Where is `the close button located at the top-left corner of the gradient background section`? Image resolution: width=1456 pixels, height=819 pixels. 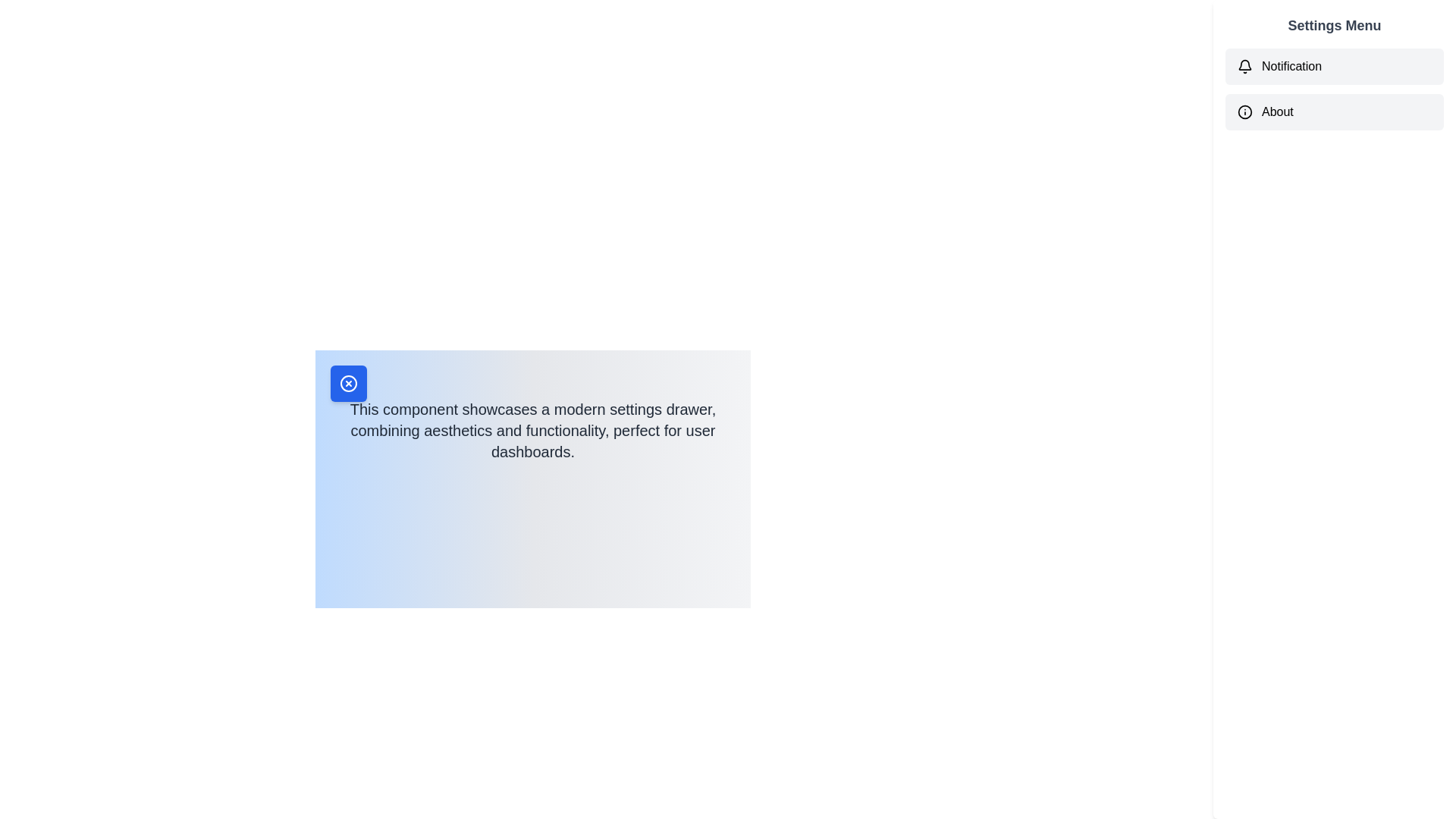 the close button located at the top-left corner of the gradient background section is located at coordinates (348, 382).